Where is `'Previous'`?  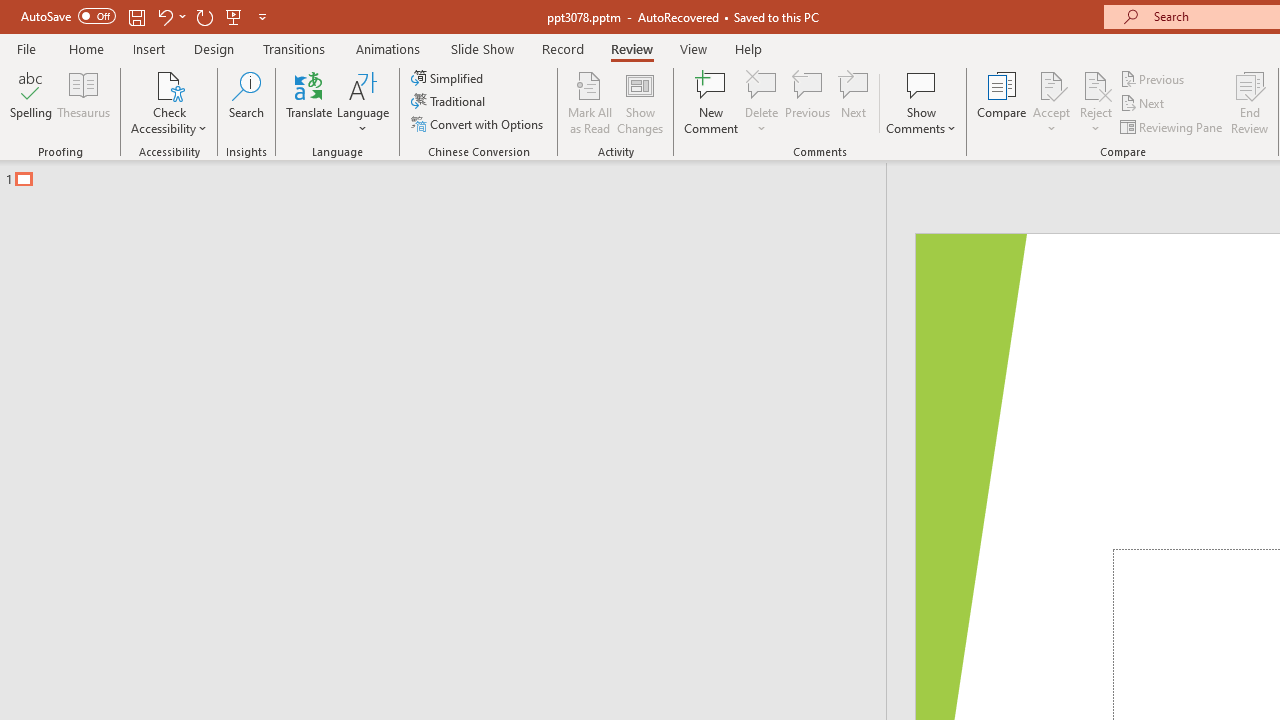
'Previous' is located at coordinates (1153, 78).